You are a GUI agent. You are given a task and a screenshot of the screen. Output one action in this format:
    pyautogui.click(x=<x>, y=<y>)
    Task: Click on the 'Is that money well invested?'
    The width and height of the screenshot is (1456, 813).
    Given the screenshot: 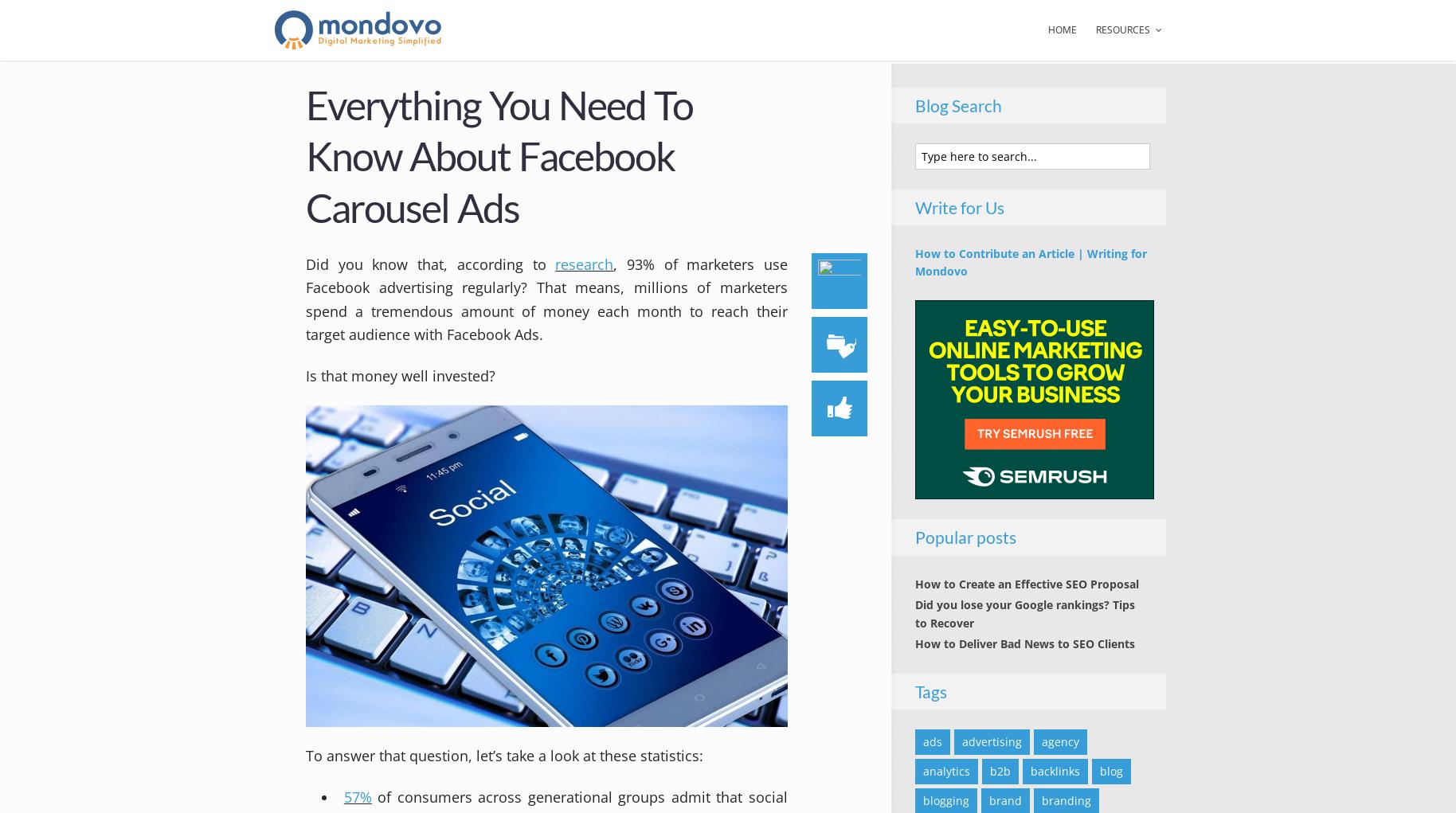 What is the action you would take?
    pyautogui.click(x=400, y=374)
    